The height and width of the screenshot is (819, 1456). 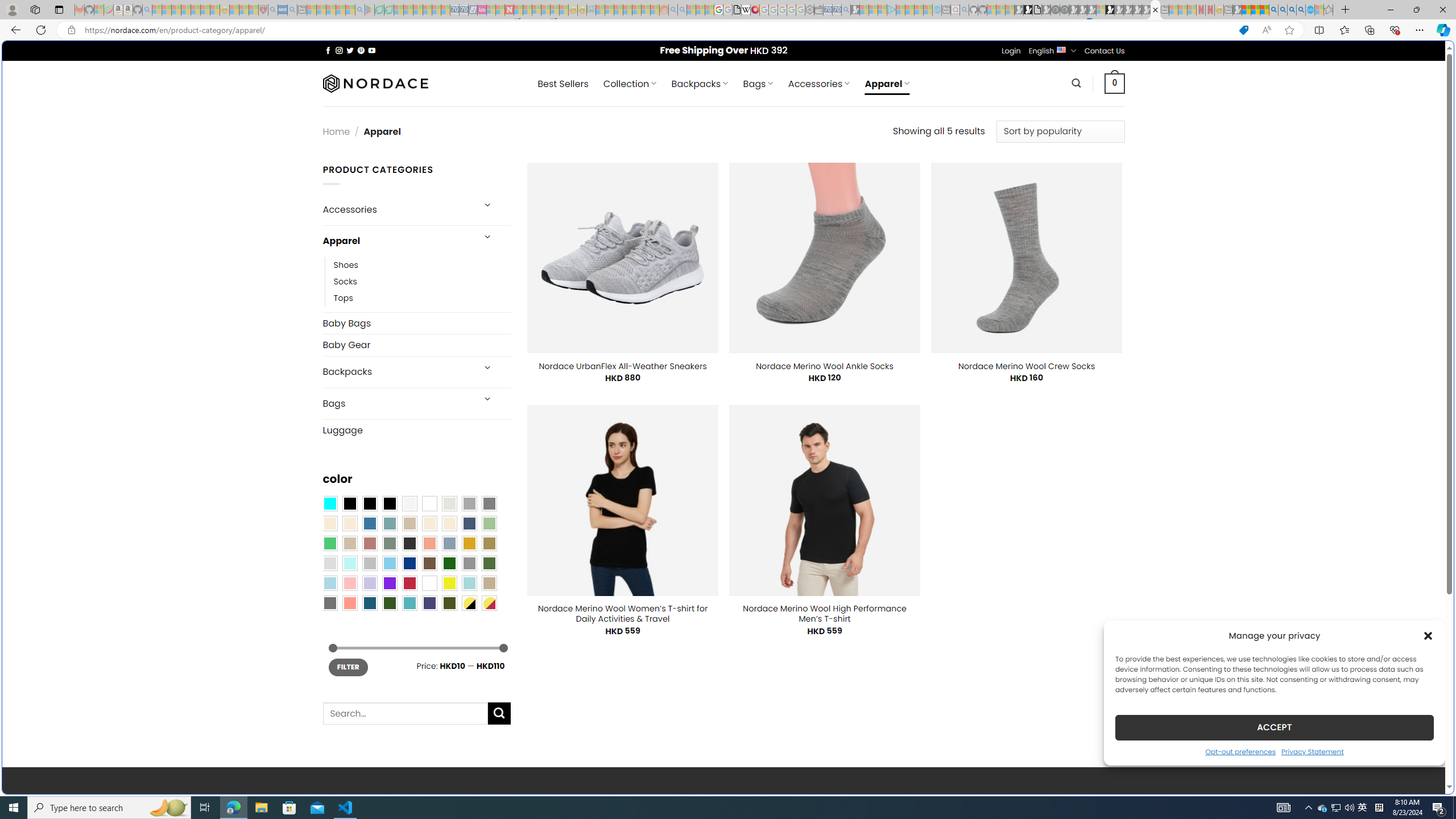 What do you see at coordinates (482, 9) in the screenshot?
I see `'Jobs - lastminute.com Investor Portal - Sleeping'` at bounding box center [482, 9].